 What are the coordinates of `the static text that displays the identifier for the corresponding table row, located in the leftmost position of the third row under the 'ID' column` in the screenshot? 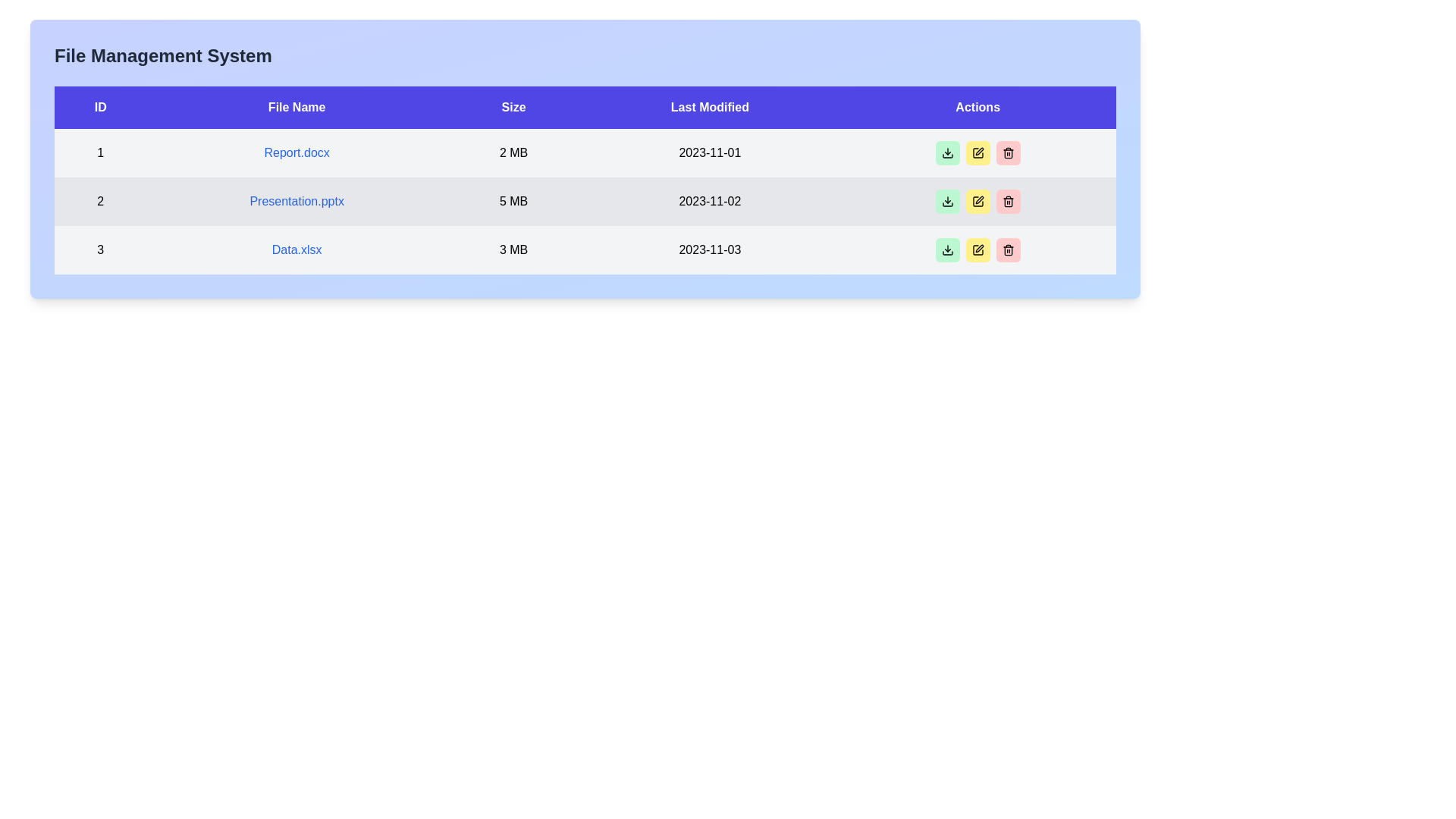 It's located at (99, 249).